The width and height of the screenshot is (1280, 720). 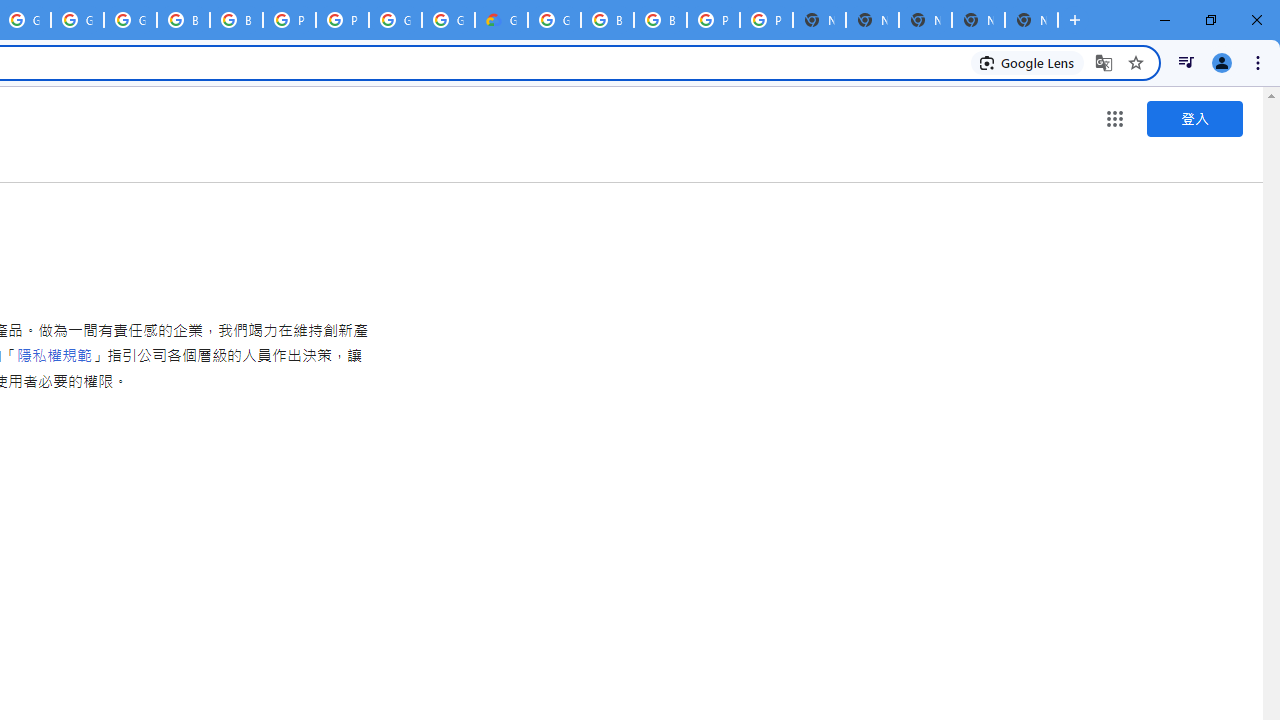 What do you see at coordinates (1027, 61) in the screenshot?
I see `'Search with Google Lens'` at bounding box center [1027, 61].